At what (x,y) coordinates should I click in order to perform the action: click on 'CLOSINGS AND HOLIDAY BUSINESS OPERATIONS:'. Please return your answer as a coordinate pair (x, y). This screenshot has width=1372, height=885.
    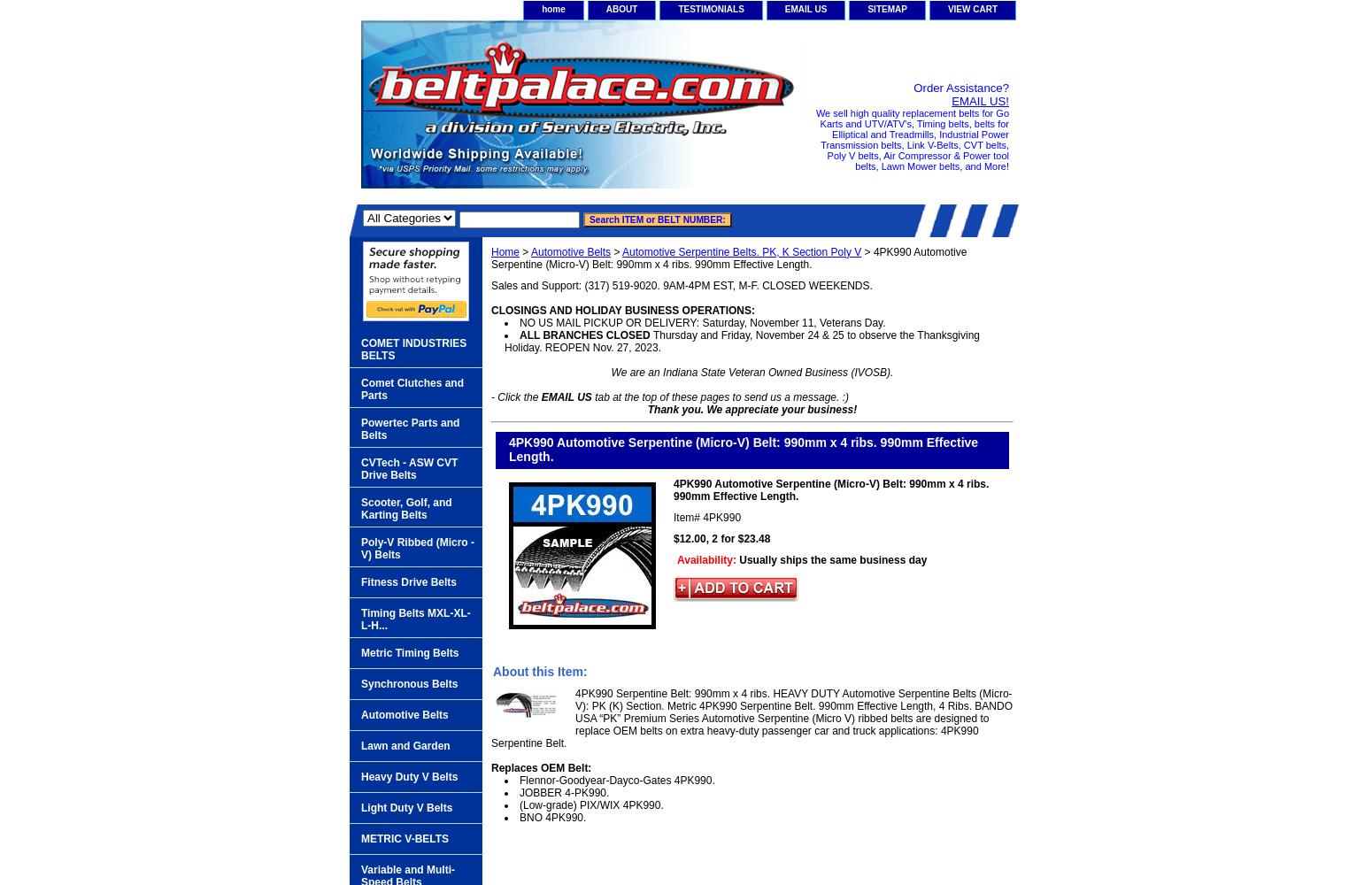
    Looking at the image, I should click on (623, 309).